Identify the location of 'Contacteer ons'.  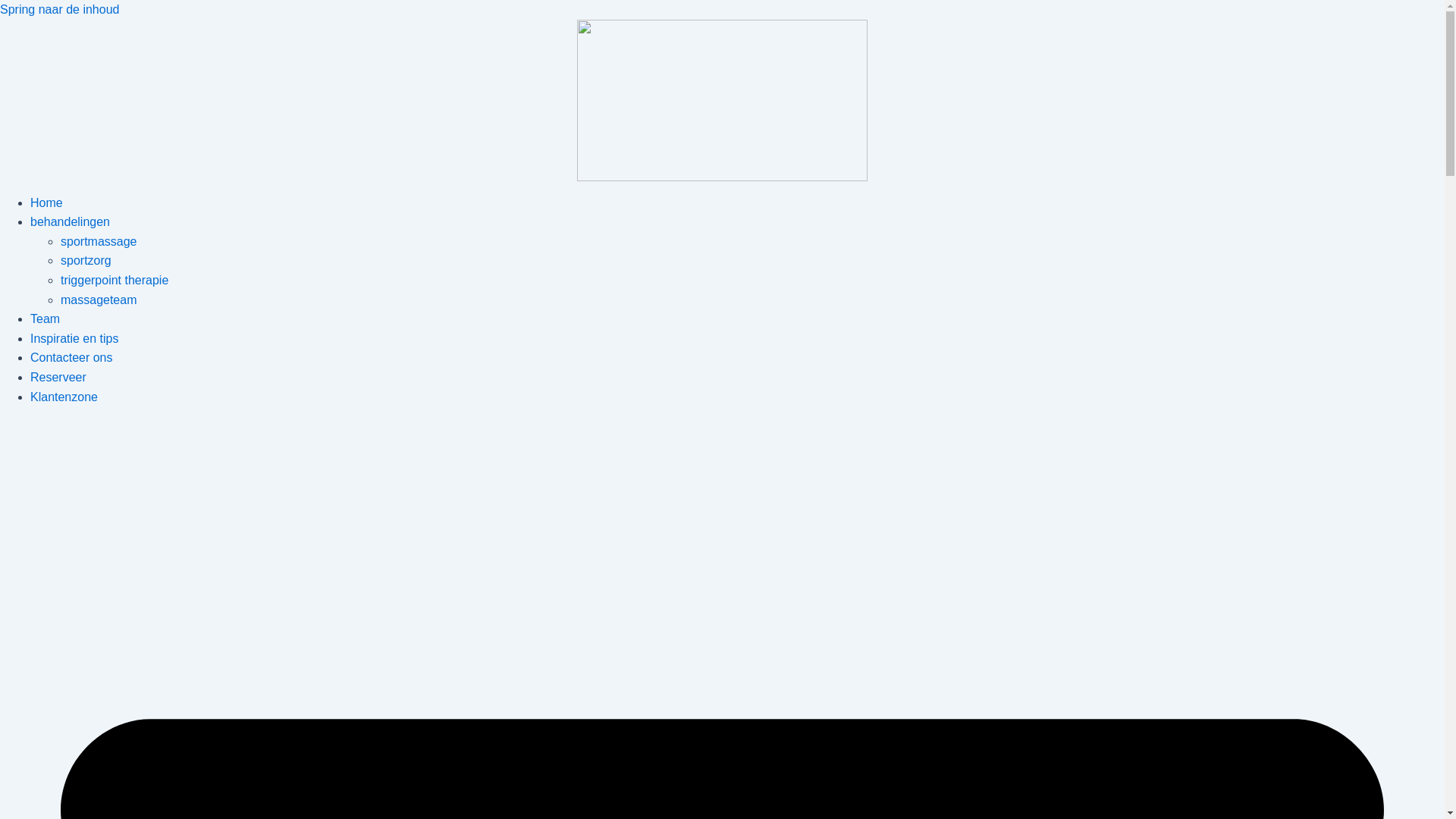
(71, 357).